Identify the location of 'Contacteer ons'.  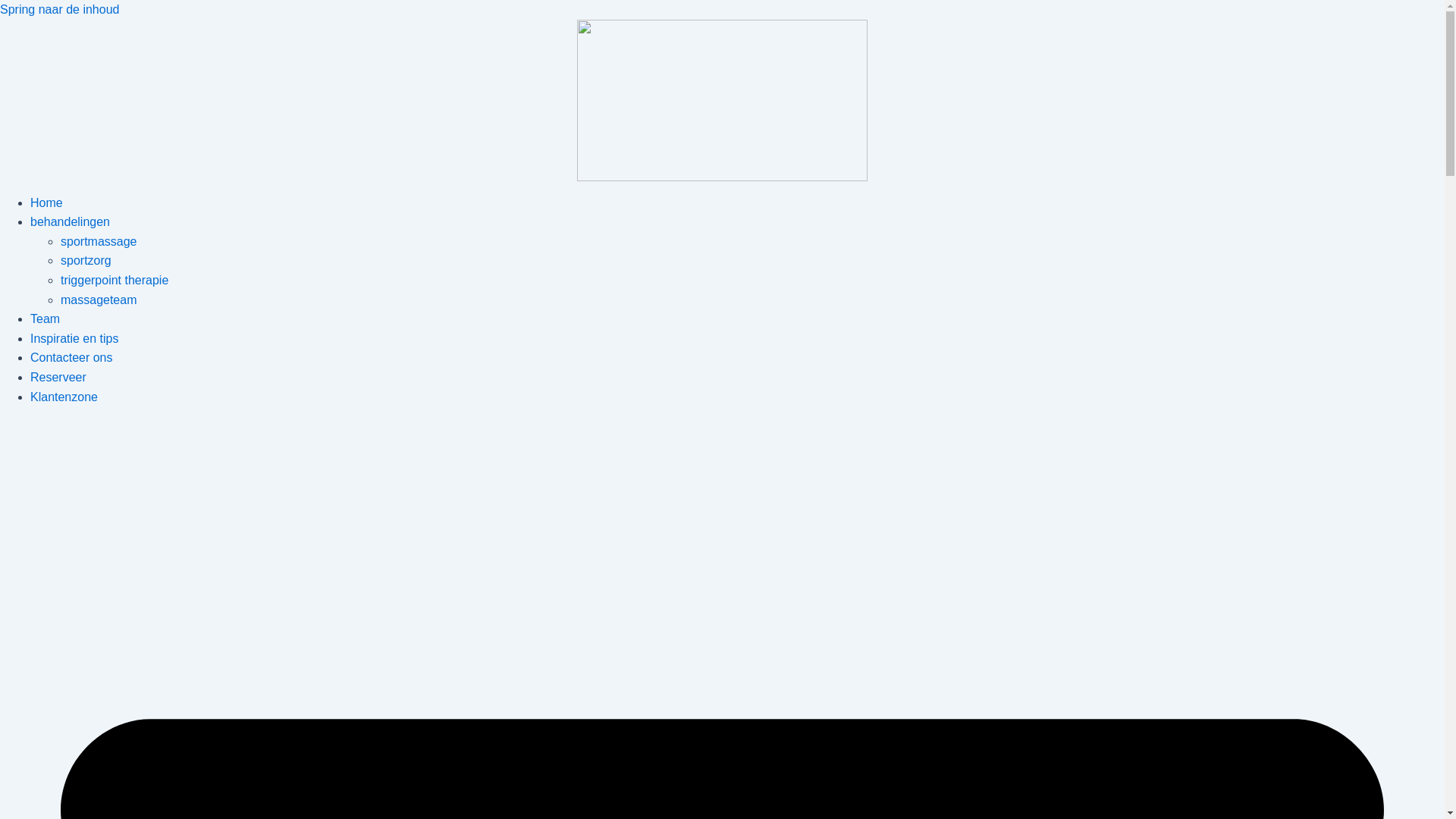
(71, 357).